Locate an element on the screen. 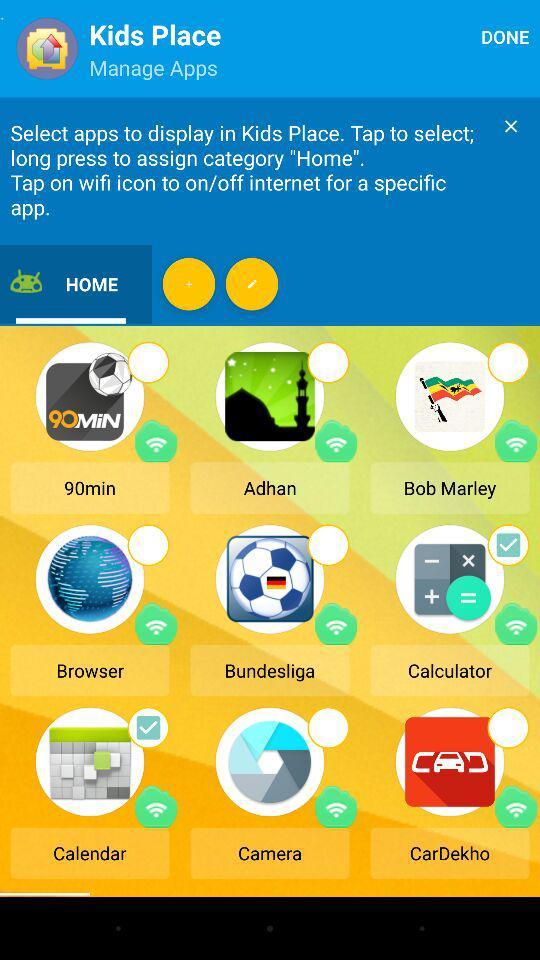 This screenshot has width=540, height=960. wifi icon is located at coordinates (155, 806).